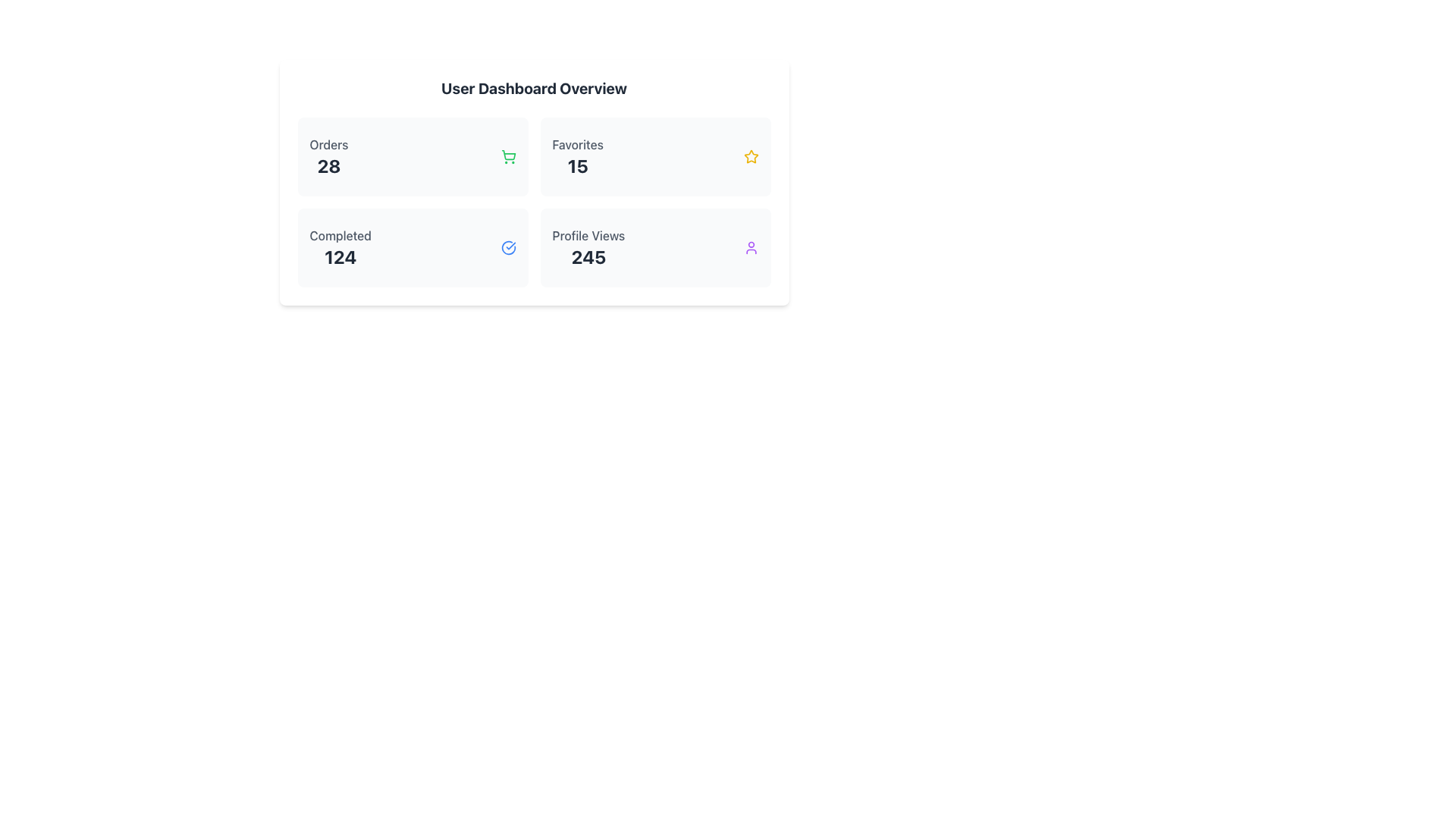  What do you see at coordinates (588, 256) in the screenshot?
I see `the static text displaying the numerical value of profile views located under the label 'Profile Views' in the bottom-right section of the dashboard` at bounding box center [588, 256].